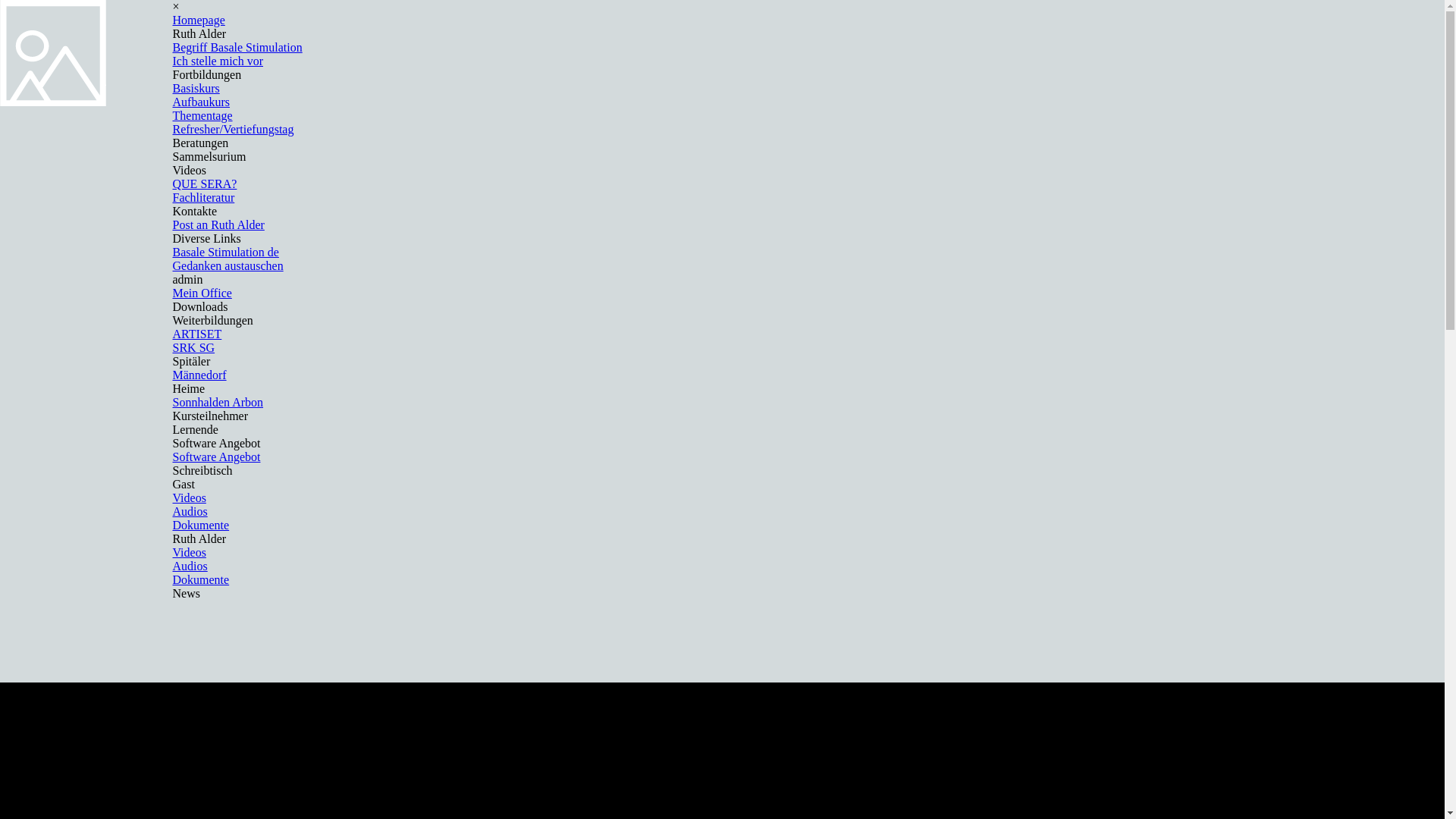 The image size is (1456, 819). I want to click on 'Homepage', so click(172, 20).